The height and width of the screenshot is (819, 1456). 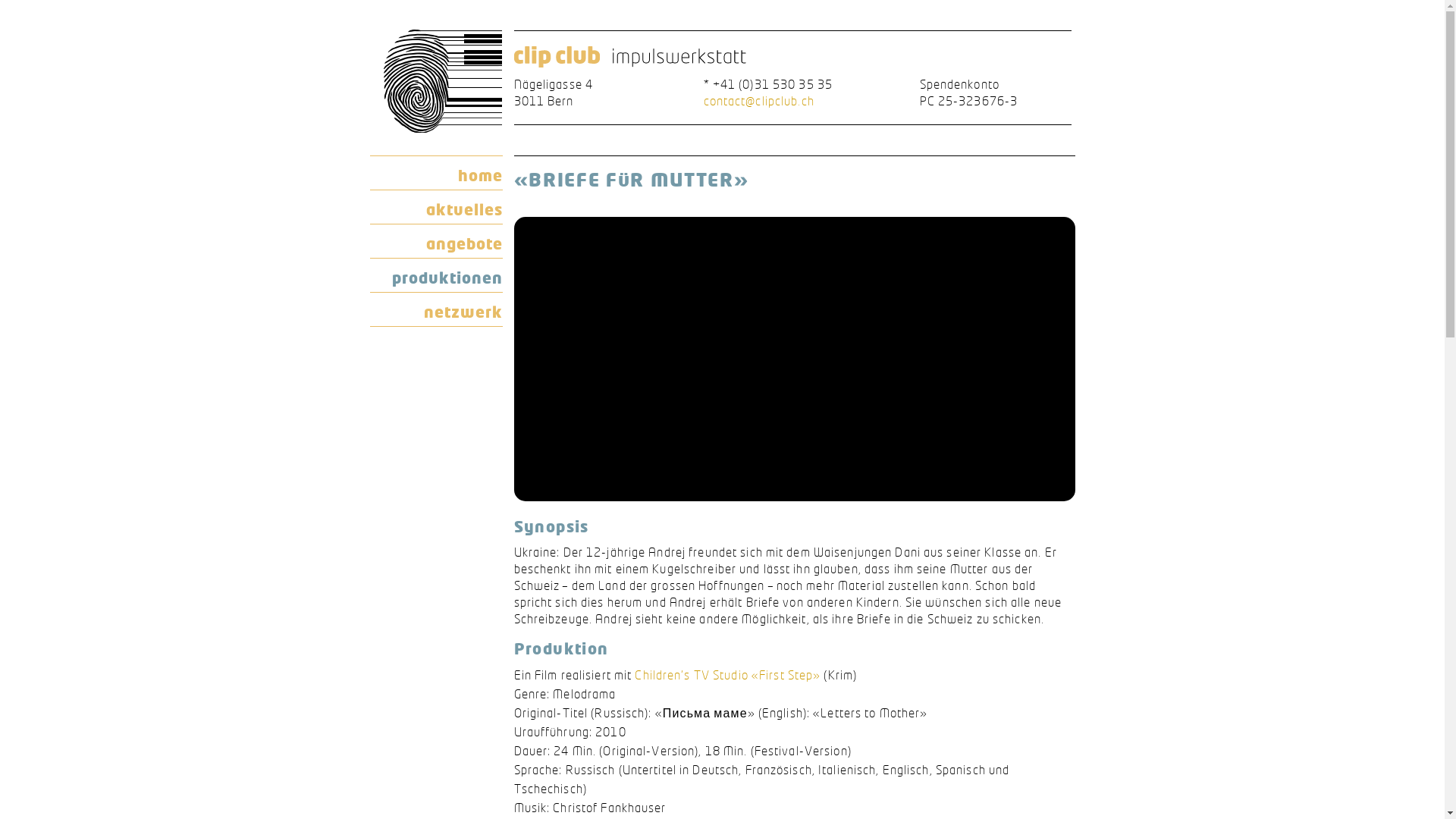 What do you see at coordinates (370, 240) in the screenshot?
I see `'angebote'` at bounding box center [370, 240].